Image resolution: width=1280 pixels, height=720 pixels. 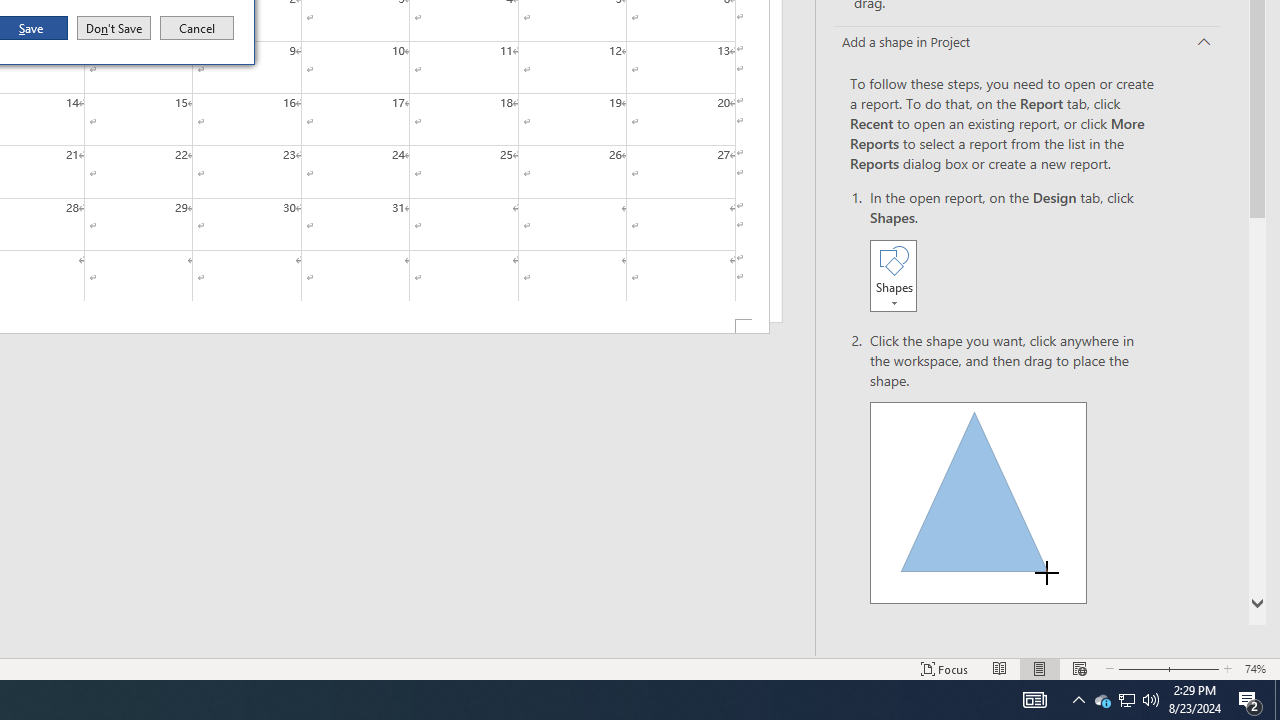 I want to click on 'AutomationID: 4105', so click(x=1034, y=698).